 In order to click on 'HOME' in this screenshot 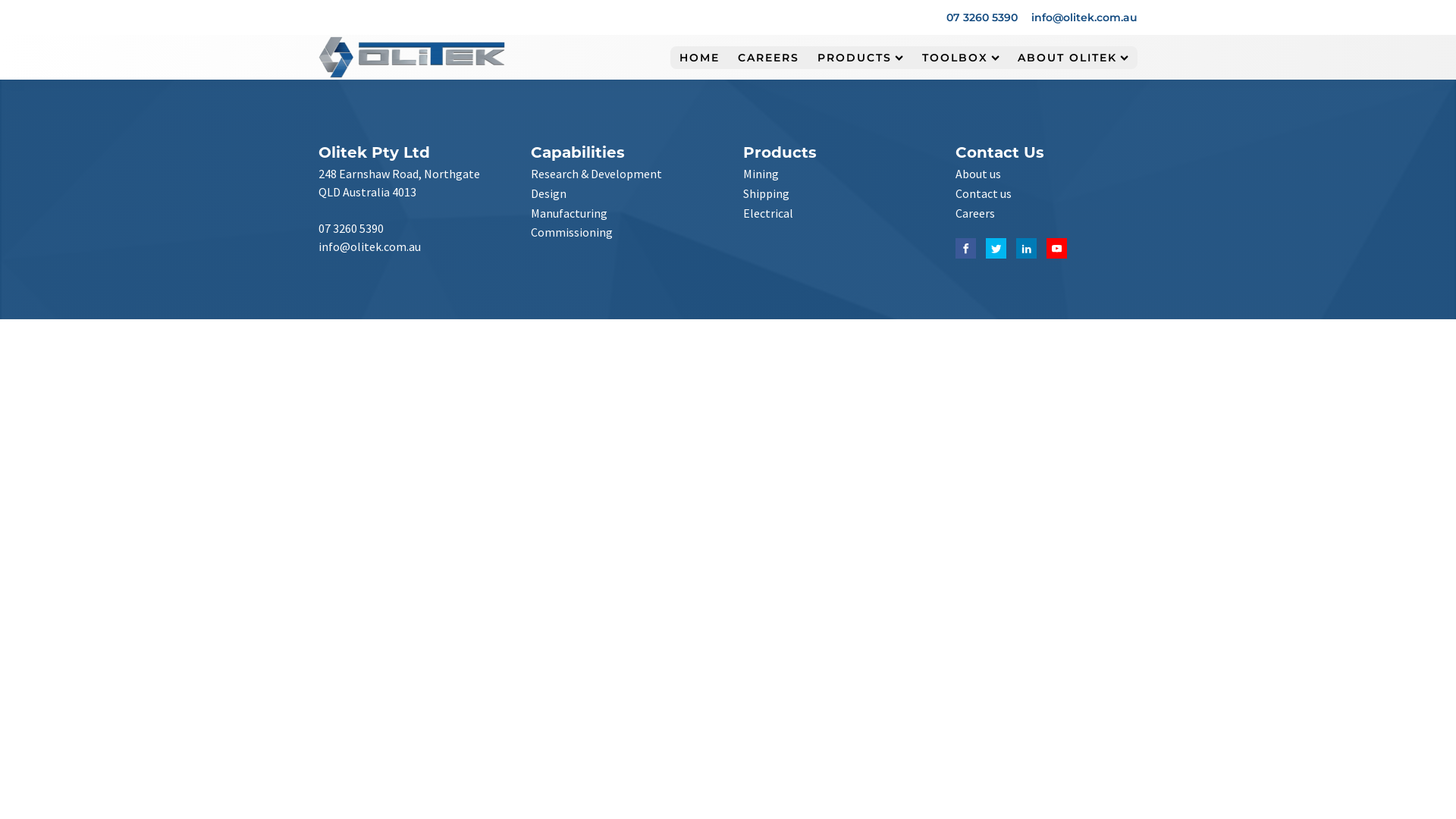, I will do `click(698, 57)`.